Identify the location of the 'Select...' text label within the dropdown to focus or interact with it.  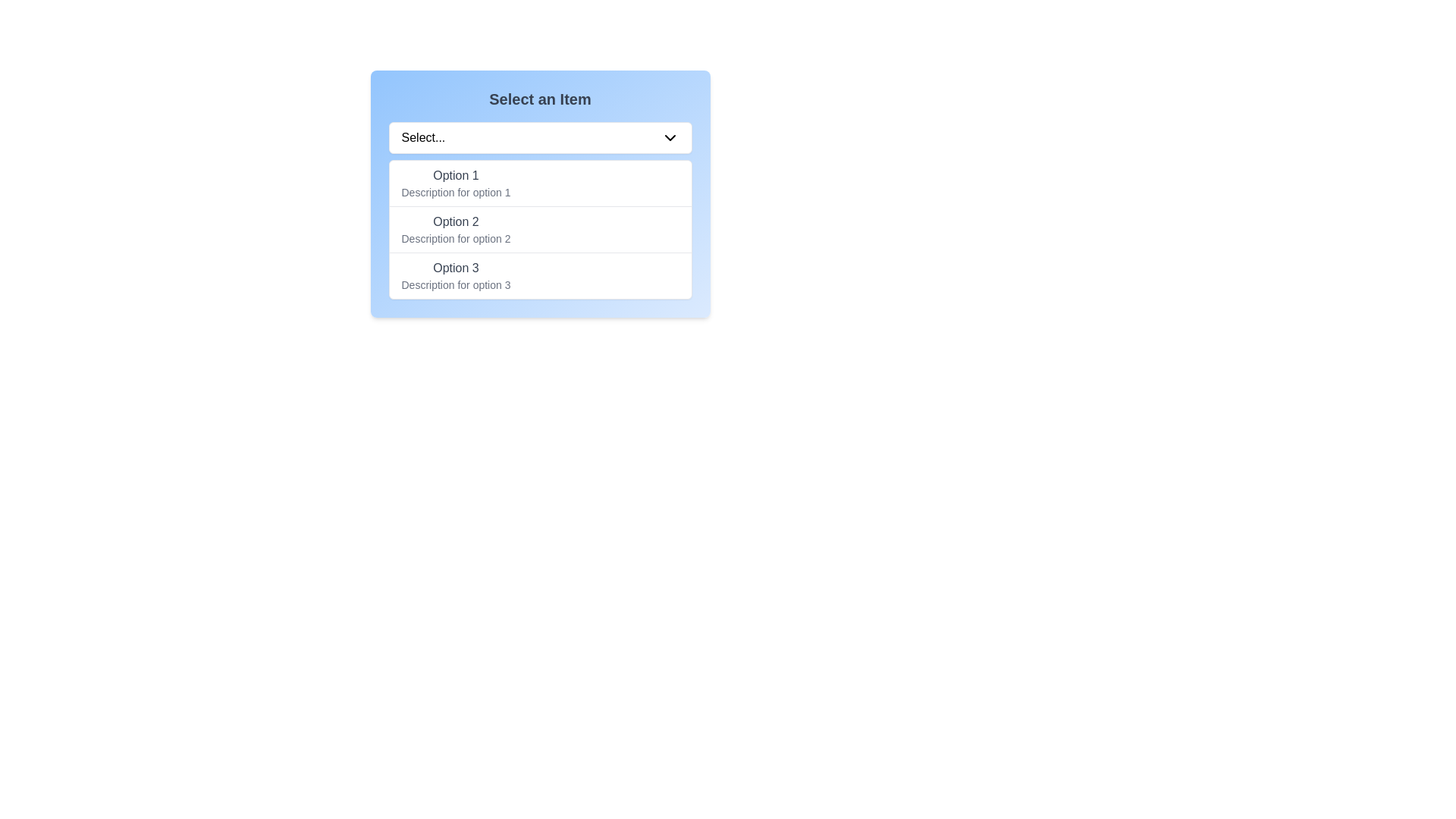
(423, 137).